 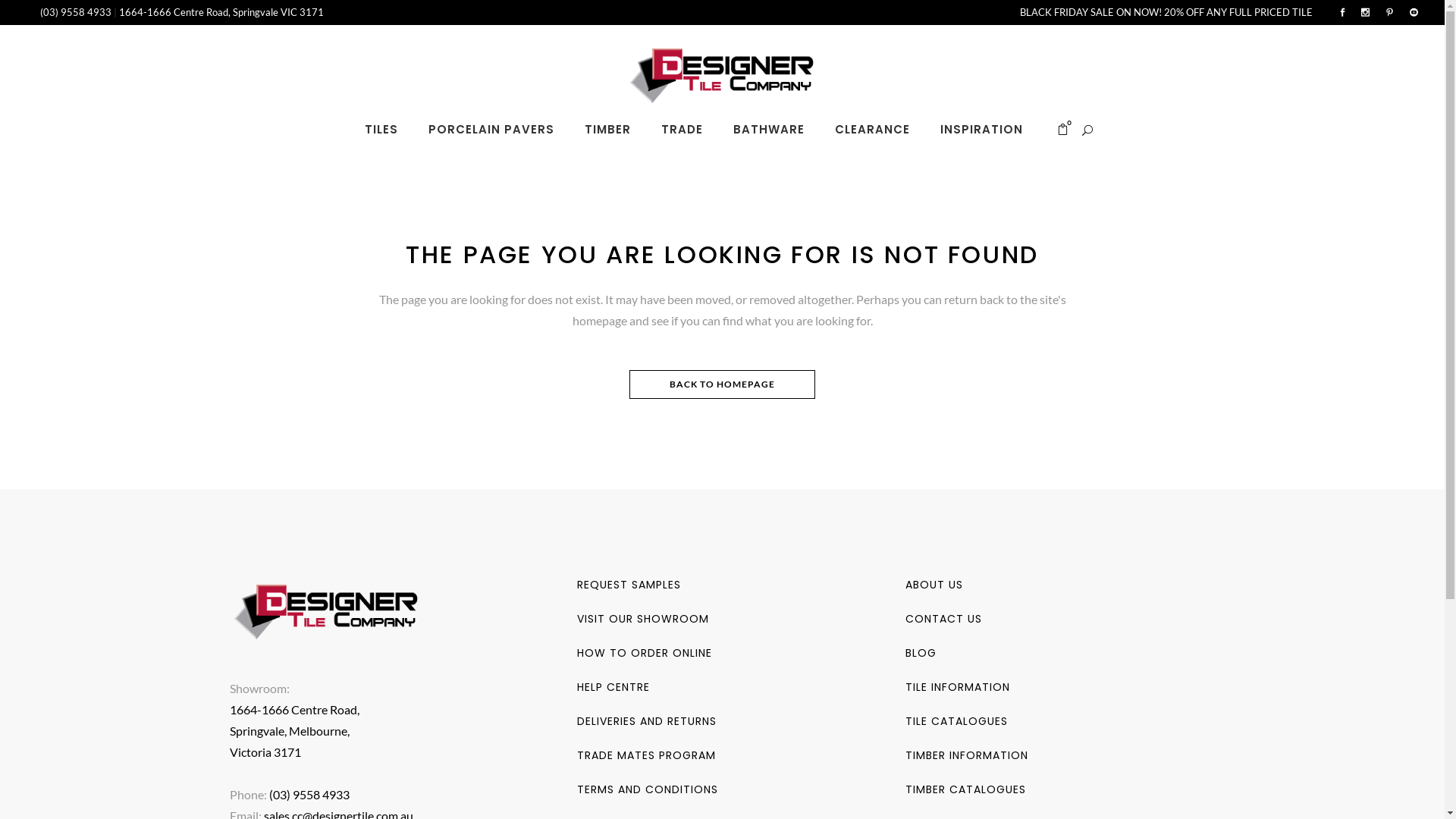 I want to click on '0', so click(x=1062, y=129).